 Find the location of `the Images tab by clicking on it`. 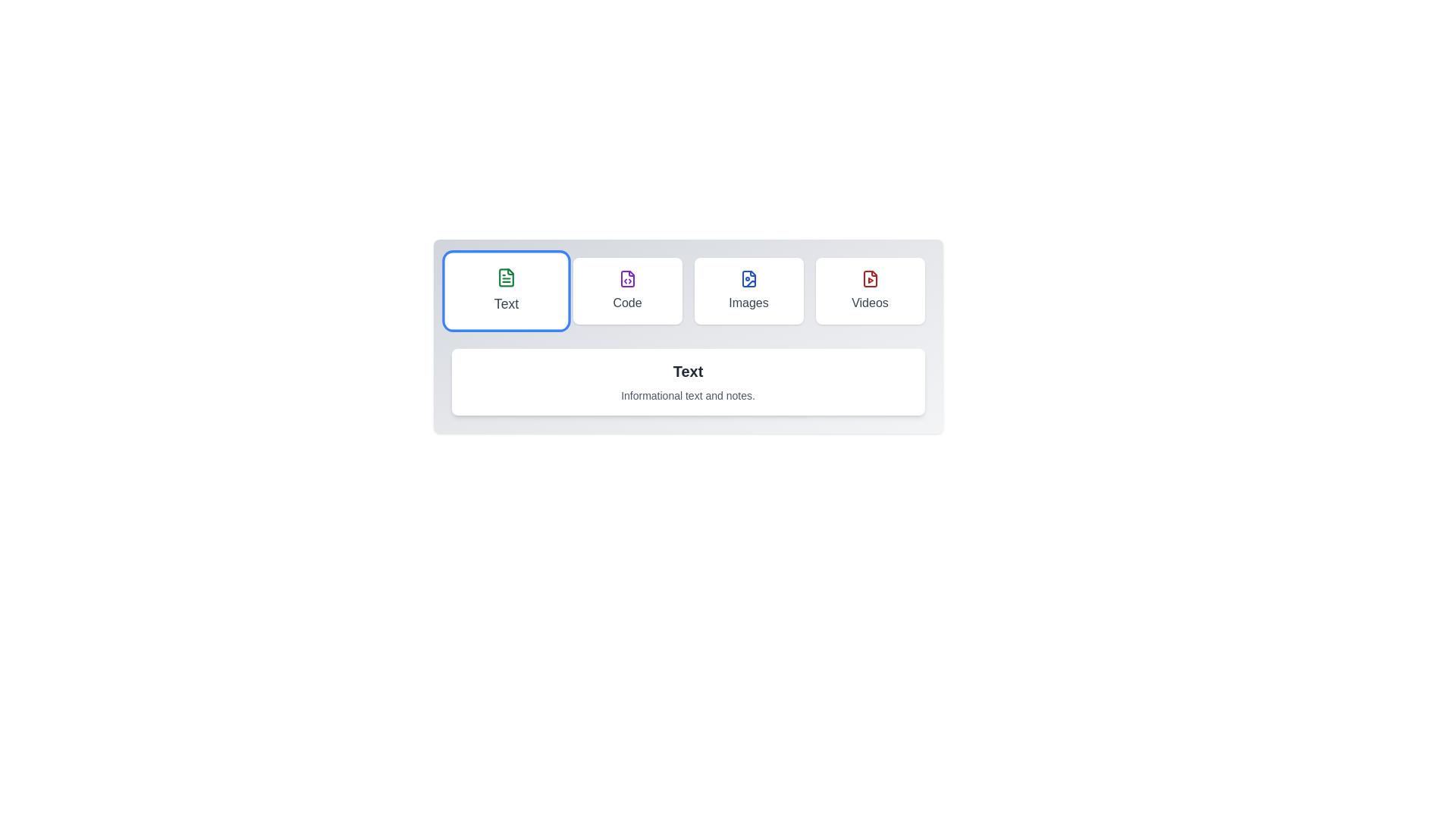

the Images tab by clicking on it is located at coordinates (748, 291).